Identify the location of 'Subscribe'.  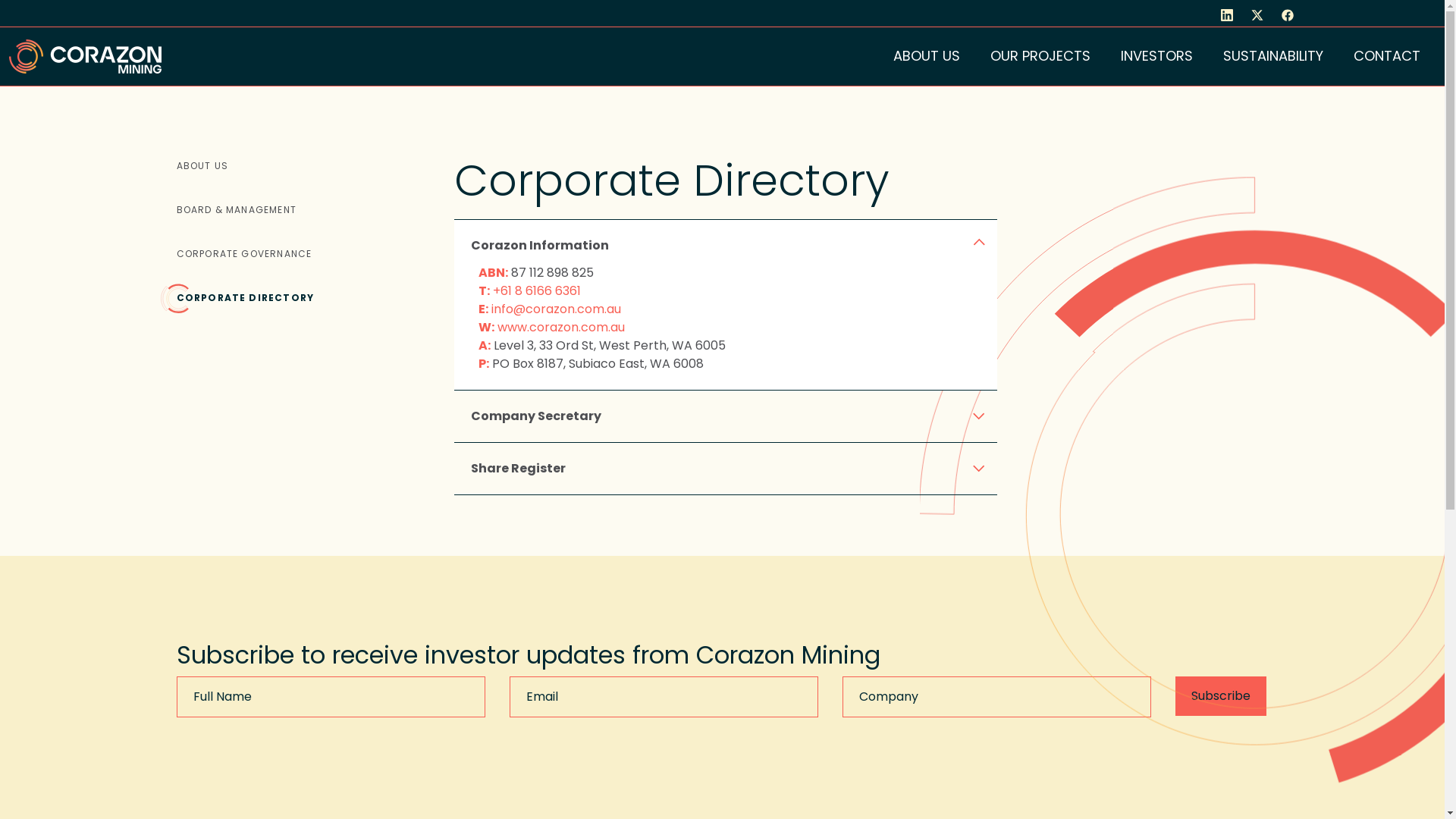
(1175, 696).